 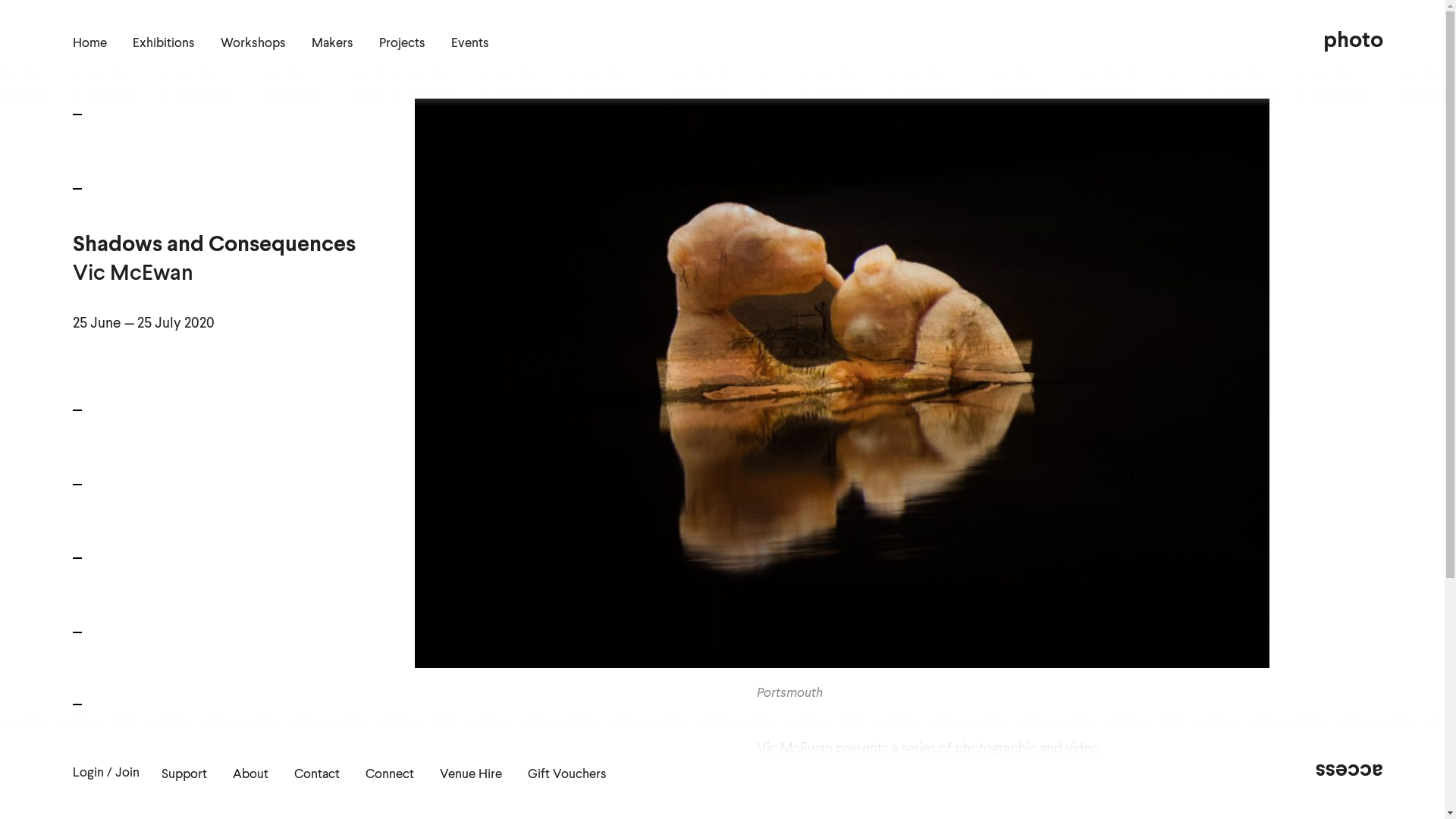 I want to click on 'Support', so click(x=161, y=774).